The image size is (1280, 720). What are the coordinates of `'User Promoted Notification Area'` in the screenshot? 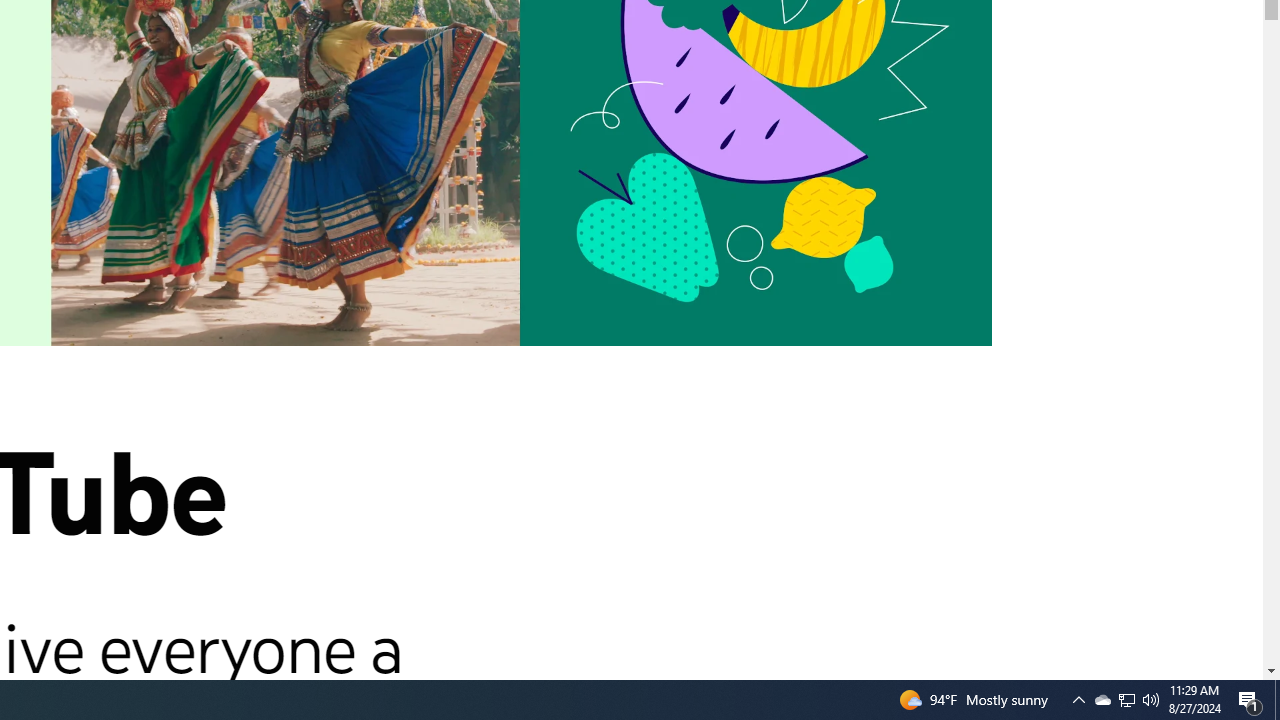 It's located at (1078, 698).